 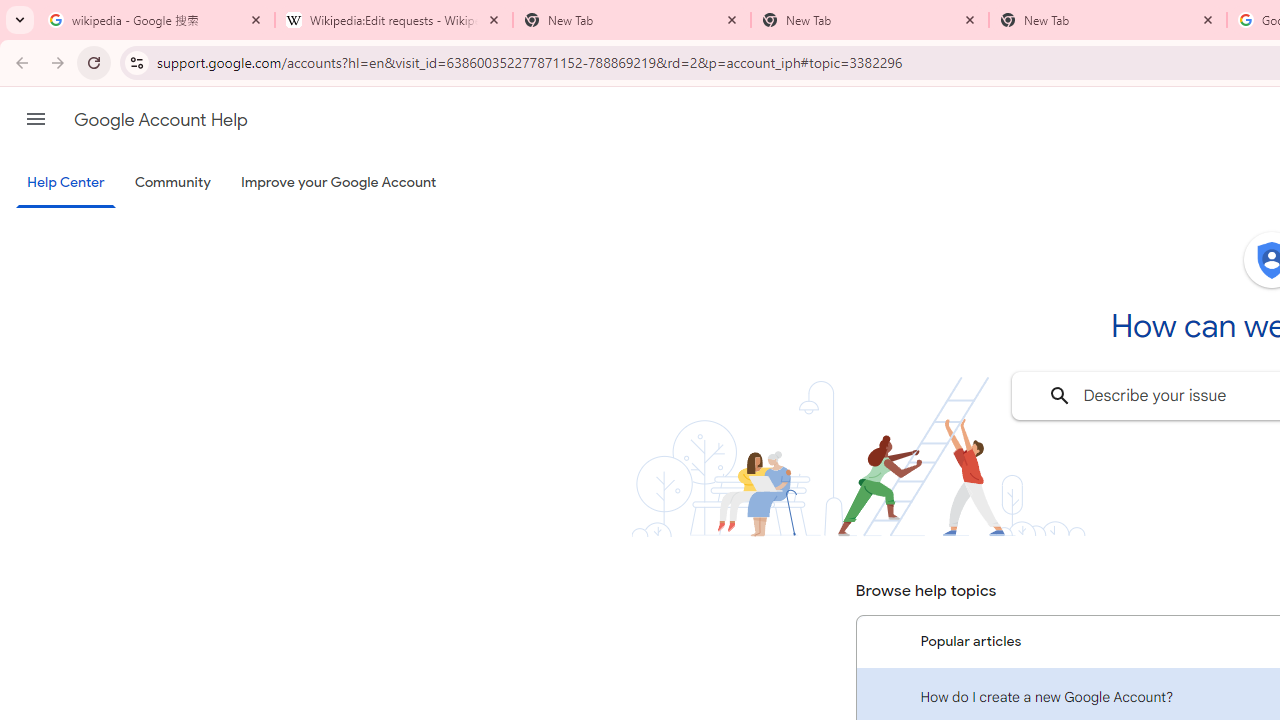 I want to click on 'Wikipedia:Edit requests - Wikipedia', so click(x=394, y=20).